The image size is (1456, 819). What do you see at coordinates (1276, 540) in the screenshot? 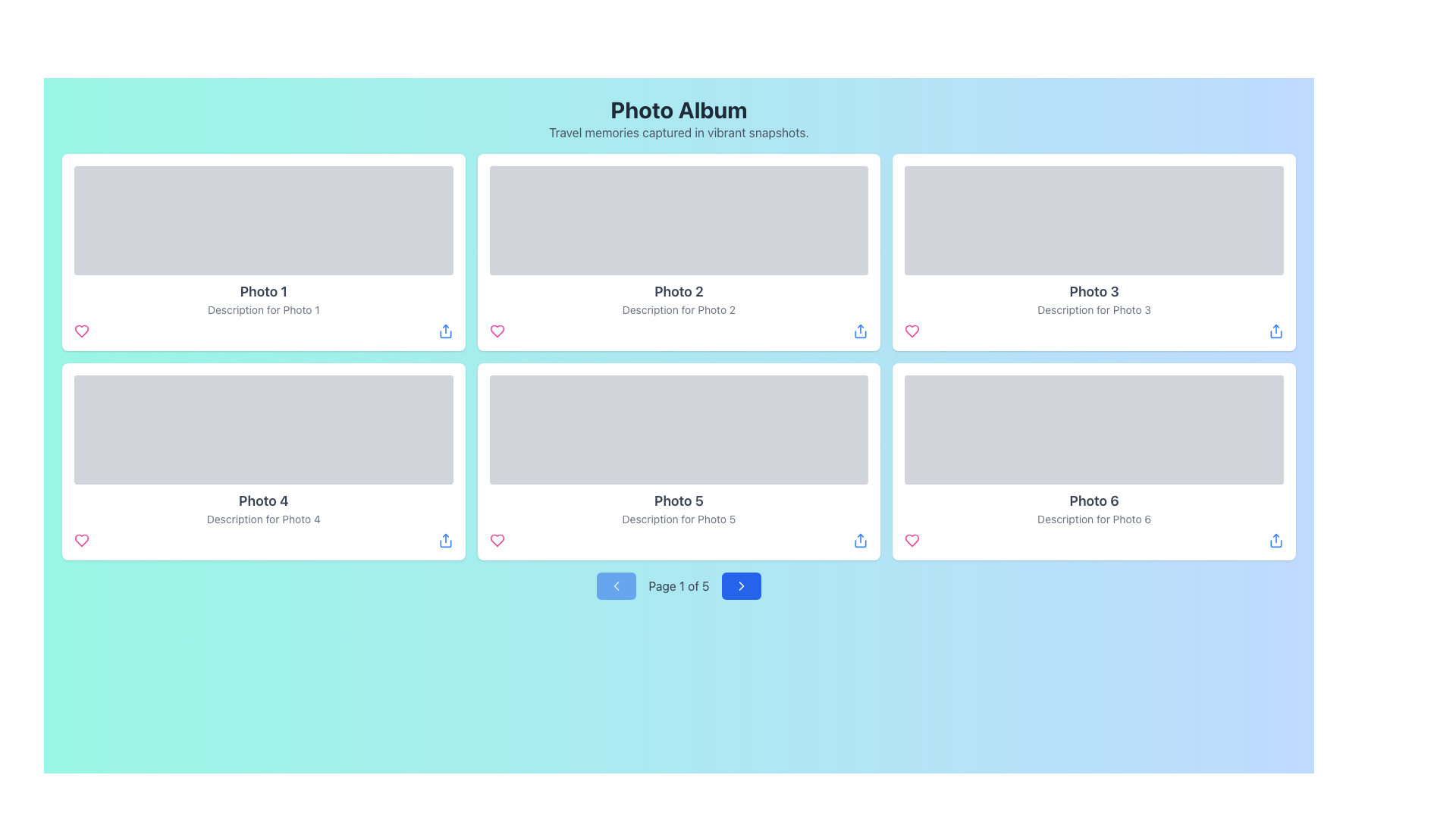
I see `the share button styled in blue with an upward arrow outline located at the bottom right of the 'Photo 6' card` at bounding box center [1276, 540].